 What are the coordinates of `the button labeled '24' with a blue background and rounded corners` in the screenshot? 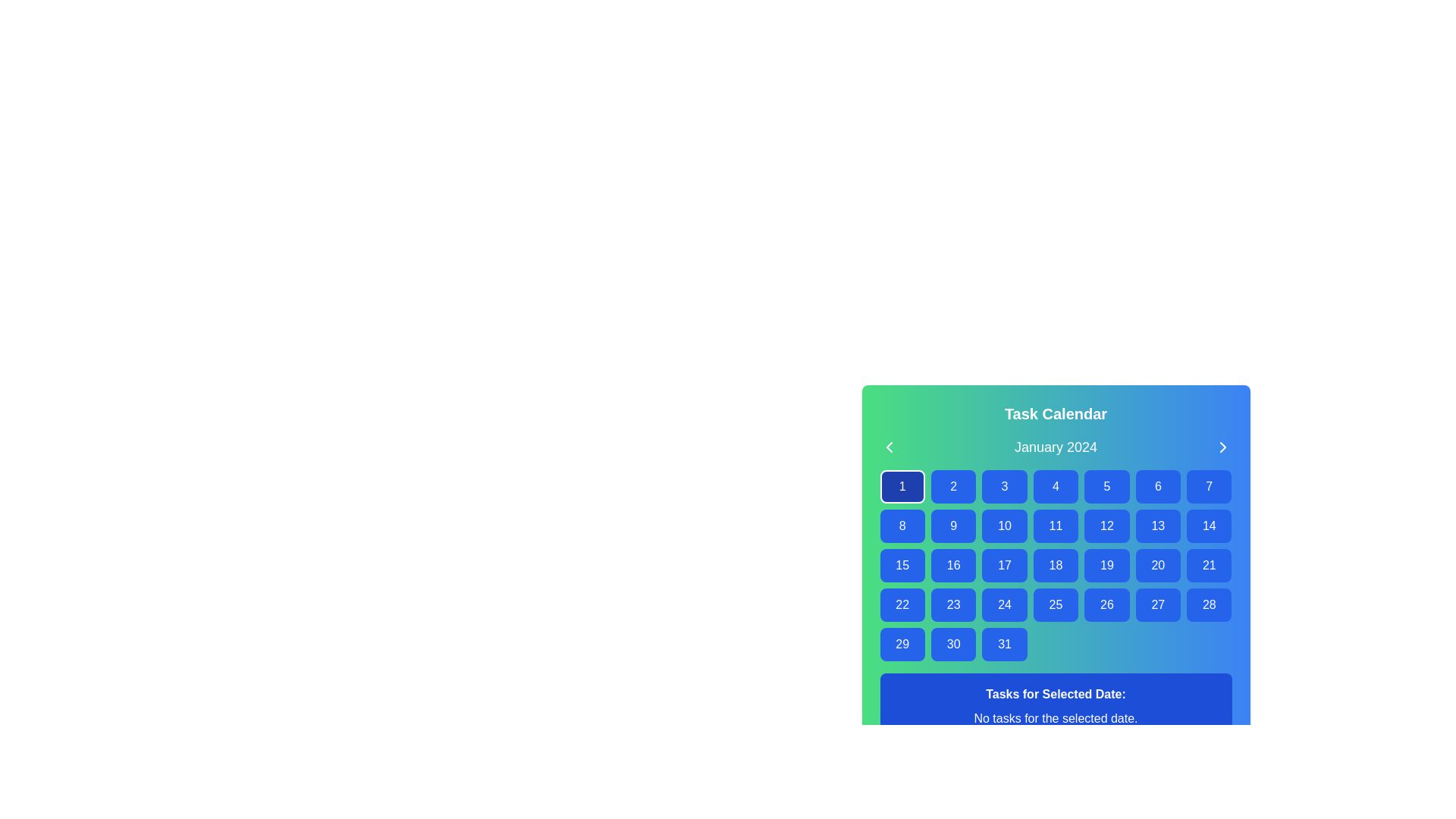 It's located at (1004, 604).